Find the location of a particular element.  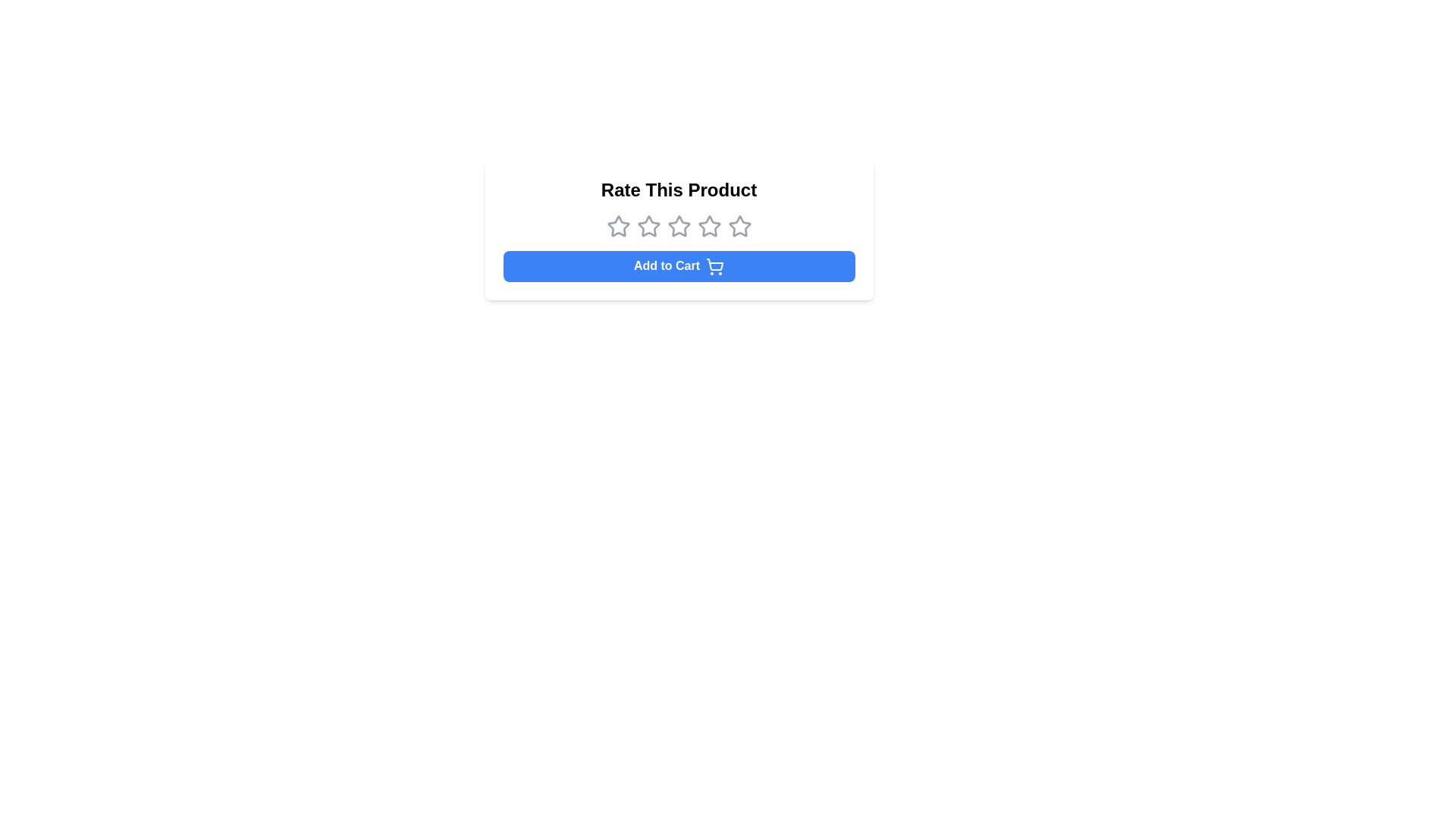

the fourth star icon in the rating row is located at coordinates (708, 227).